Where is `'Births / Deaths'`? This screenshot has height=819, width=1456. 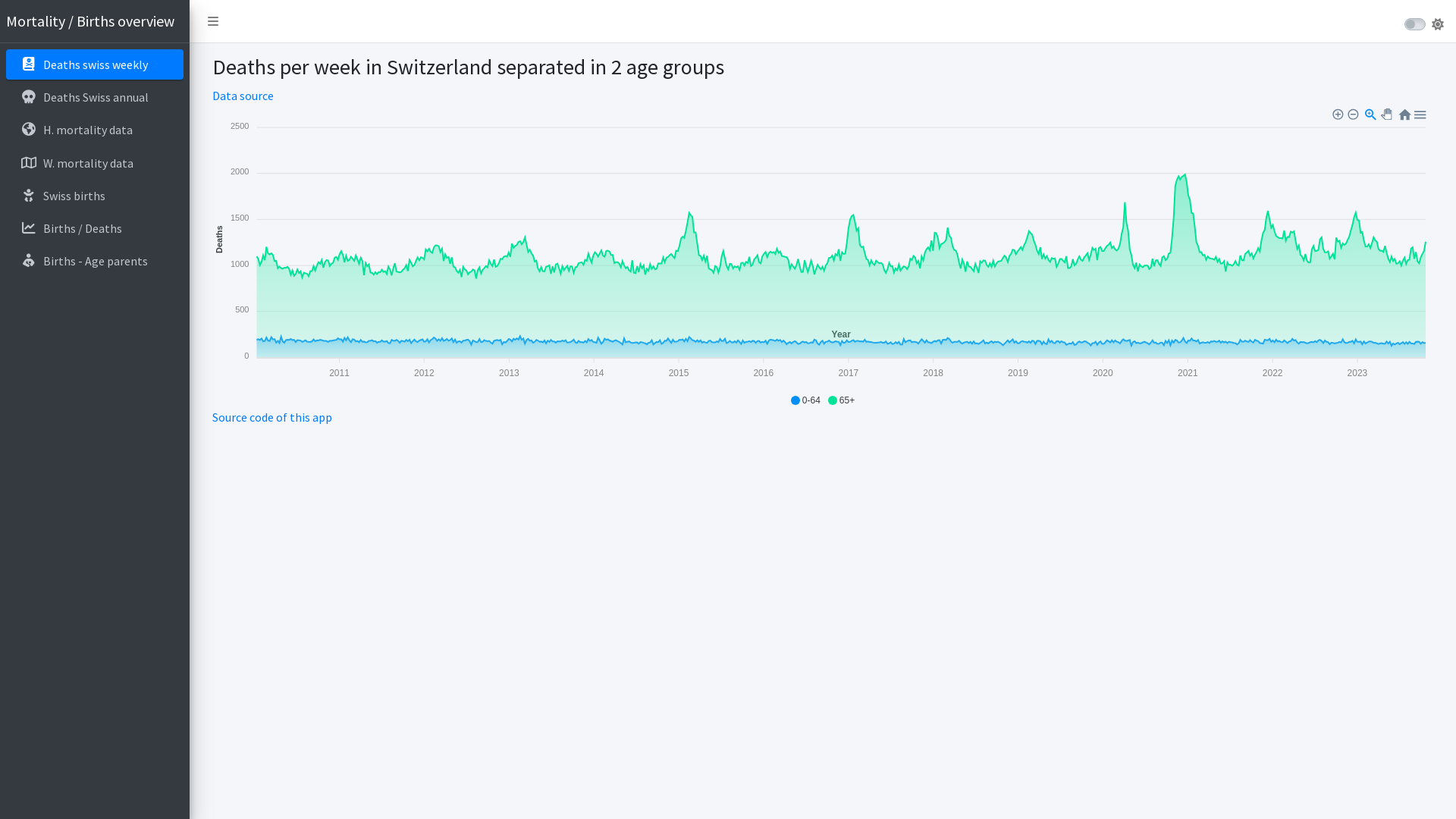 'Births / Deaths' is located at coordinates (93, 227).